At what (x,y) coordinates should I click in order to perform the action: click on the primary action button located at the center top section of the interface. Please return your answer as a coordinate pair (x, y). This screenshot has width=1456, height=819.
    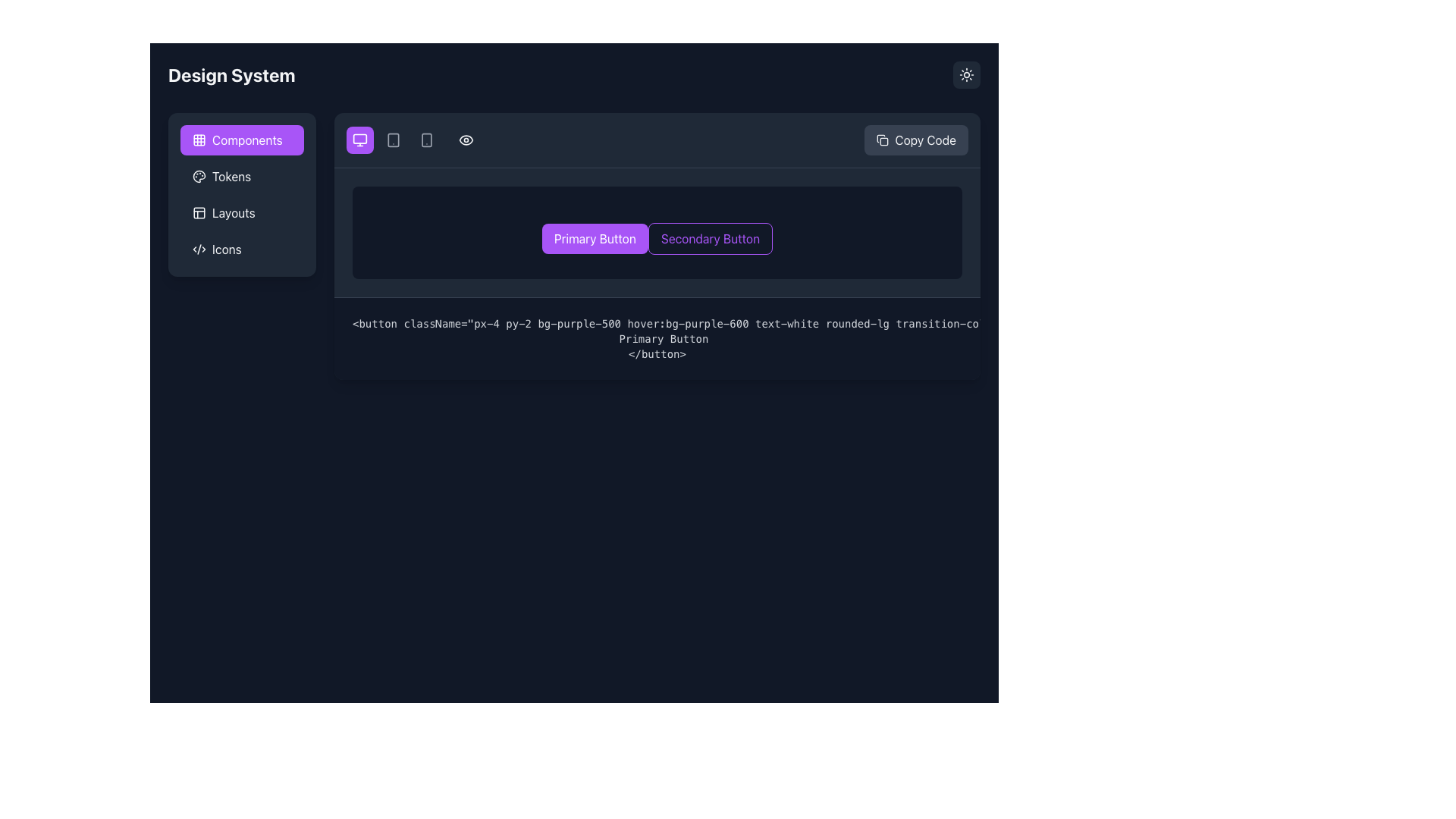
    Looking at the image, I should click on (594, 239).